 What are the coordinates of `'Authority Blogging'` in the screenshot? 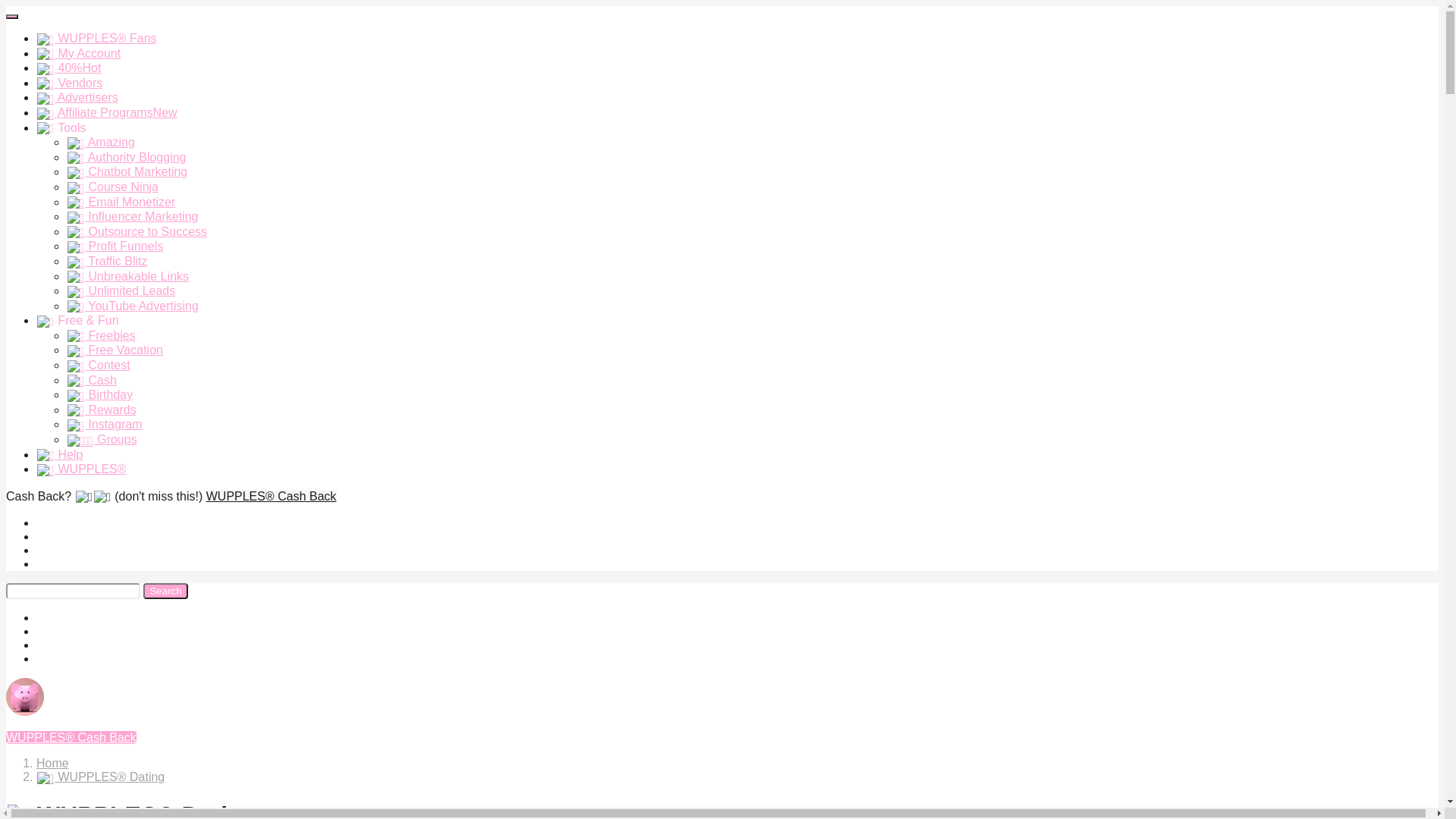 It's located at (126, 157).